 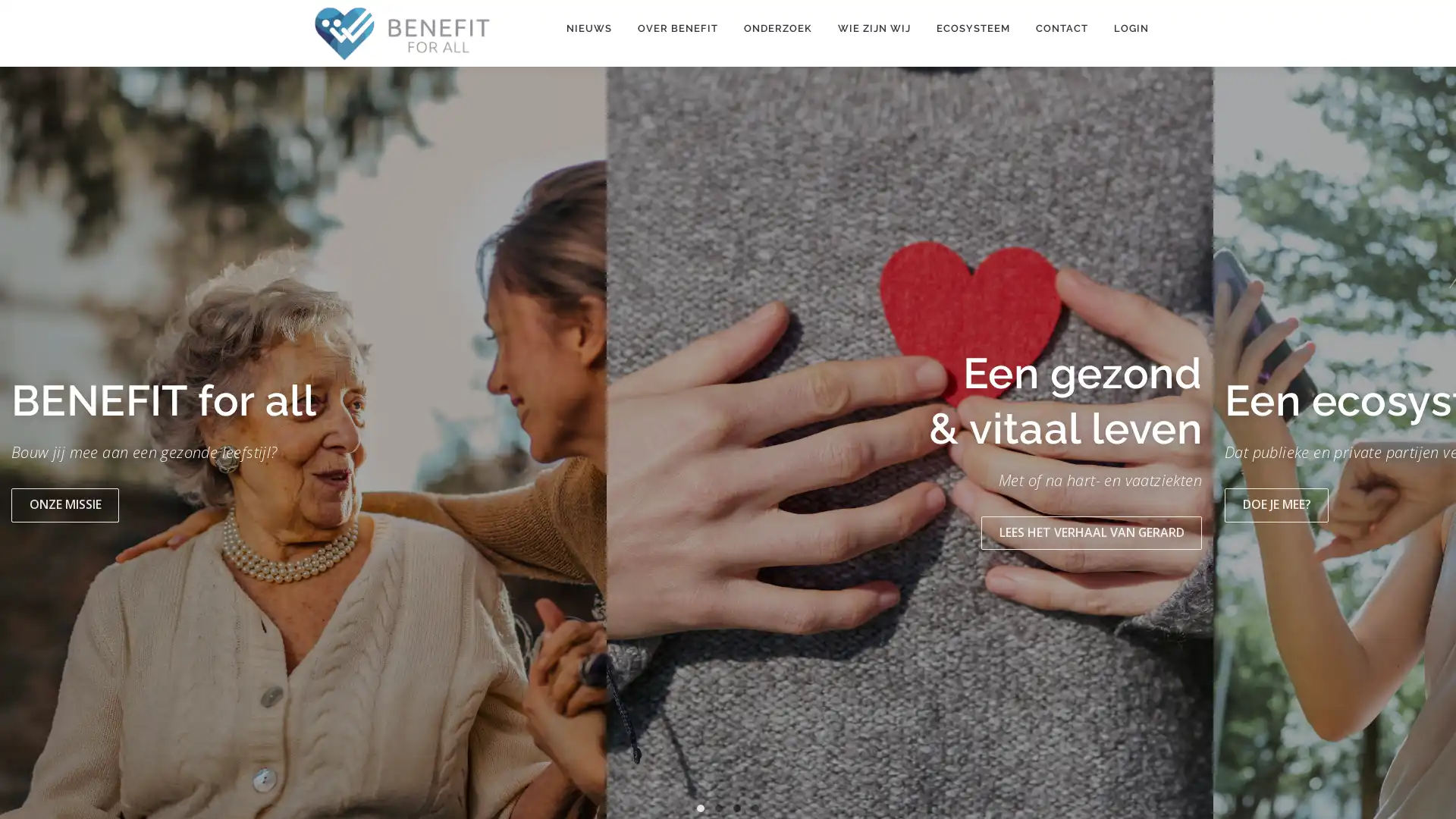 I want to click on Previous, so click(x=28, y=447).